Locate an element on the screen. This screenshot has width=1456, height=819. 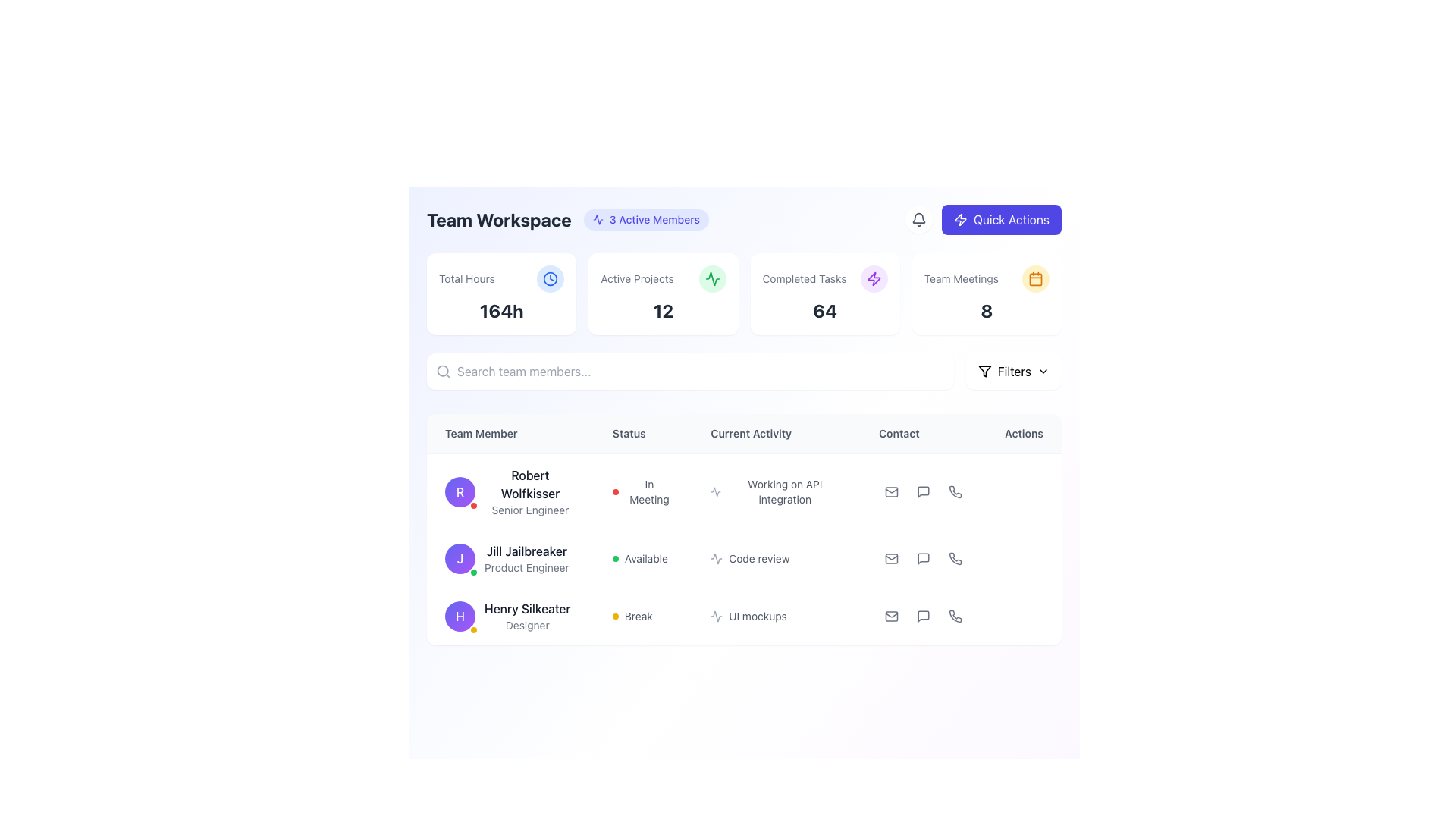
the 'Current Activity' text element for 'Jill Jailbreaker' in the second row of the team members table is located at coordinates (744, 549).